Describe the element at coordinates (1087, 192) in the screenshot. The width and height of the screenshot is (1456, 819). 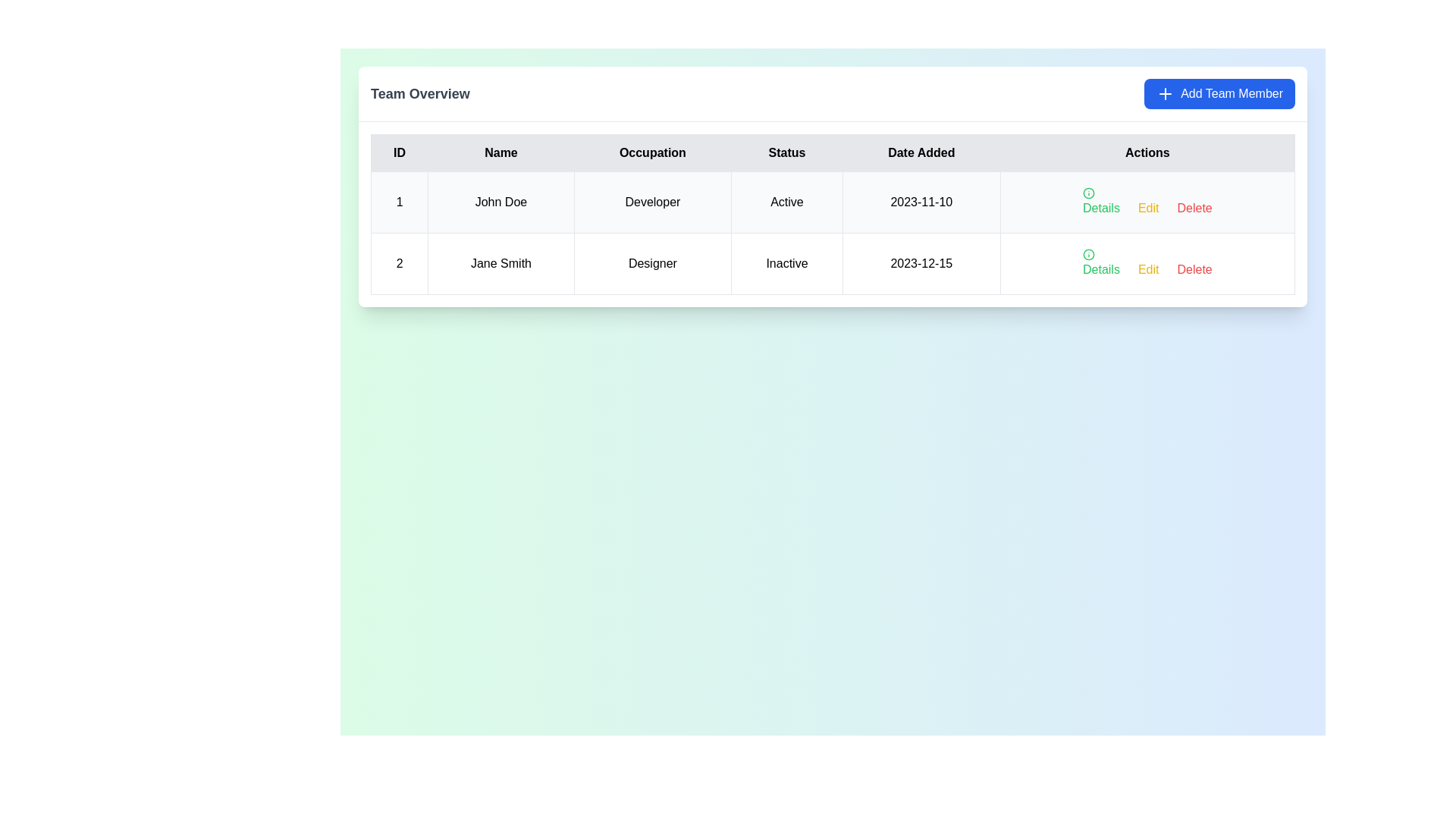
I see `the circular element that forms the outer border of the information icon in the 'Actions' column of the 'Team Overview' table, located next to the 'Details' link for 'Jane Smith'` at that location.